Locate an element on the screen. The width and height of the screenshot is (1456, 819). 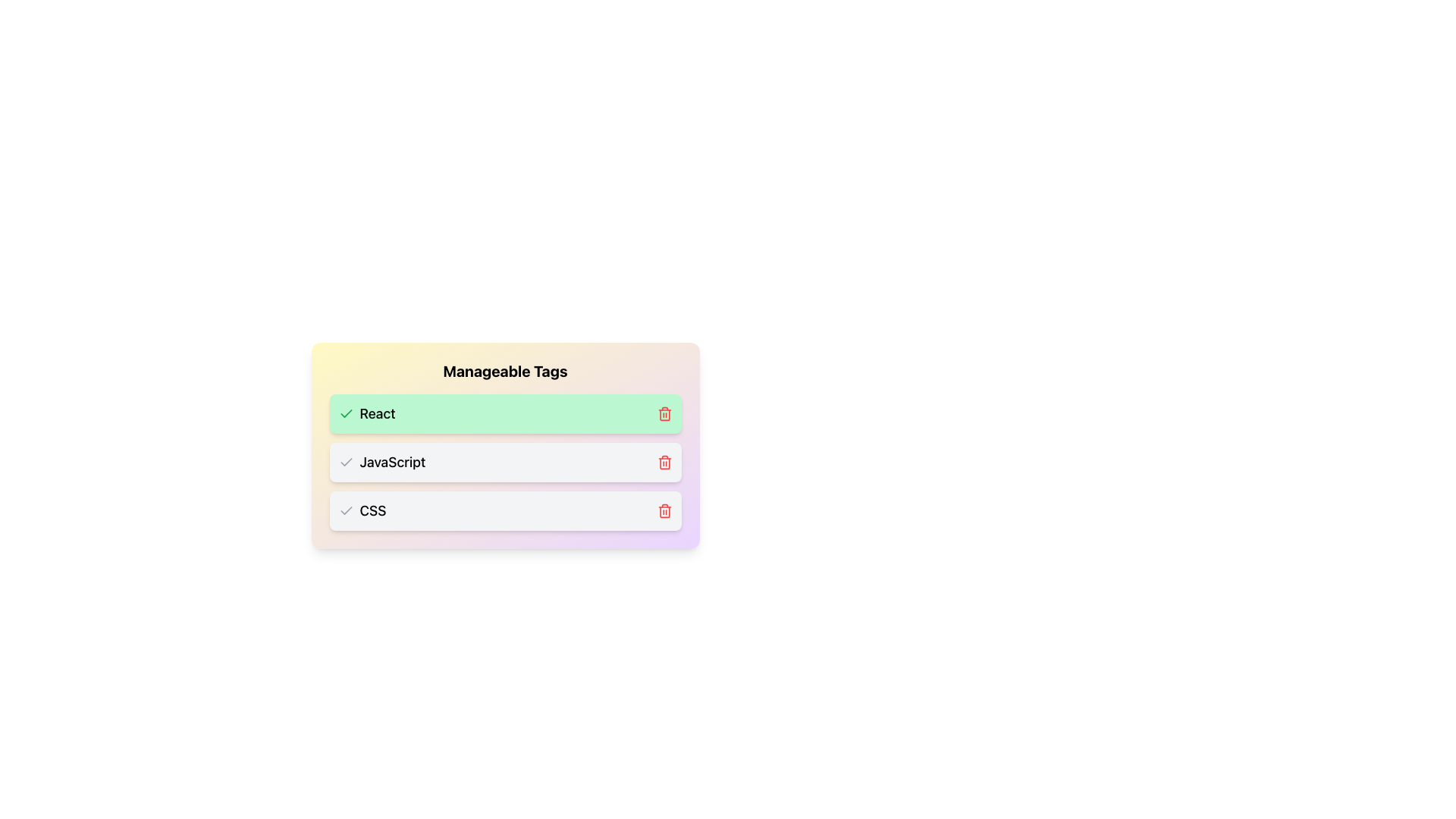
the red trash bin icon is located at coordinates (664, 511).